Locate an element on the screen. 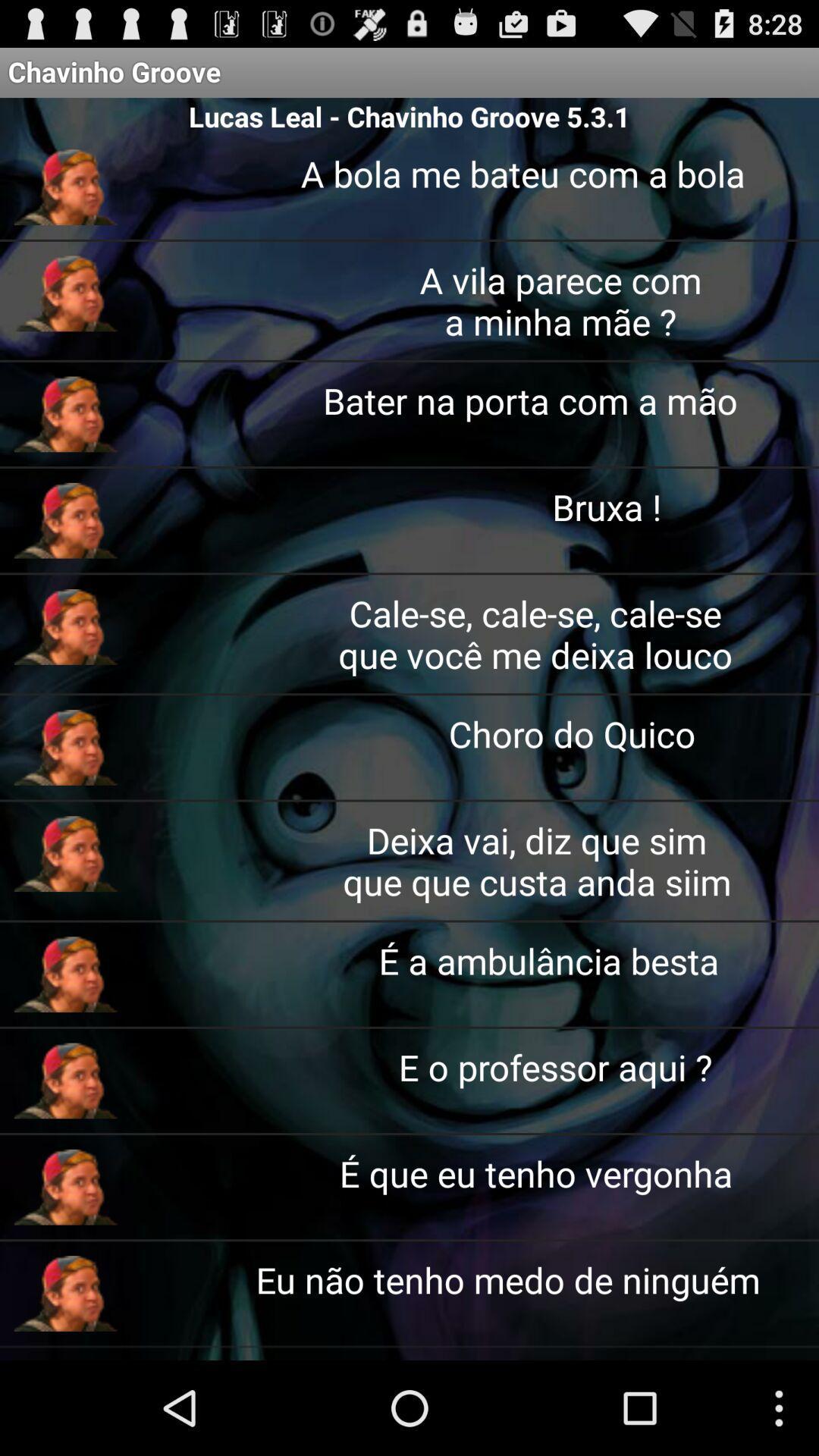 This screenshot has width=819, height=1456. the last but one image is located at coordinates (65, 1186).